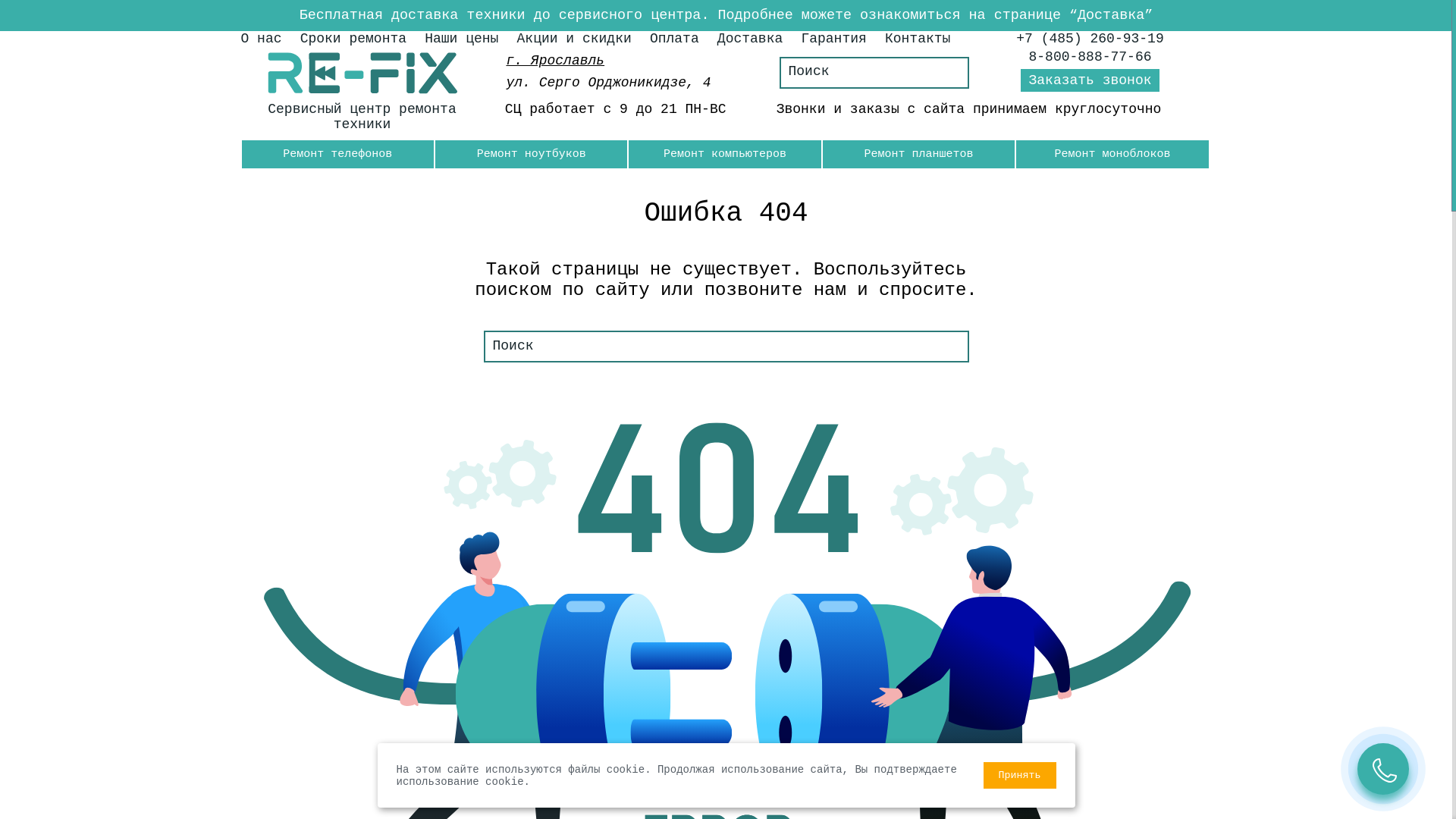  Describe the element at coordinates (1088, 37) in the screenshot. I see `'+7 (485) 260-93-19'` at that location.